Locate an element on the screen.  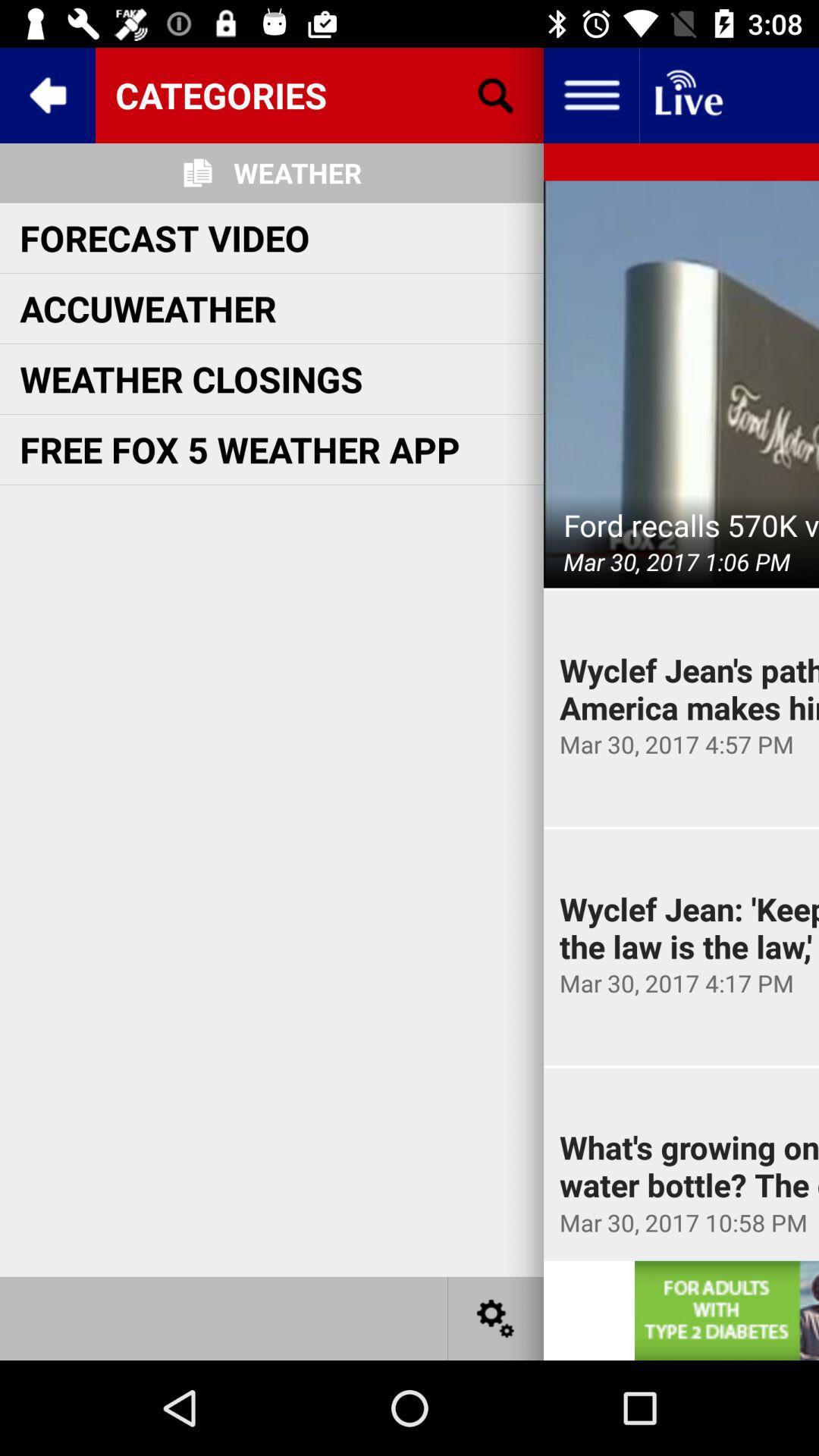
the search icon right to categories is located at coordinates (496, 94).